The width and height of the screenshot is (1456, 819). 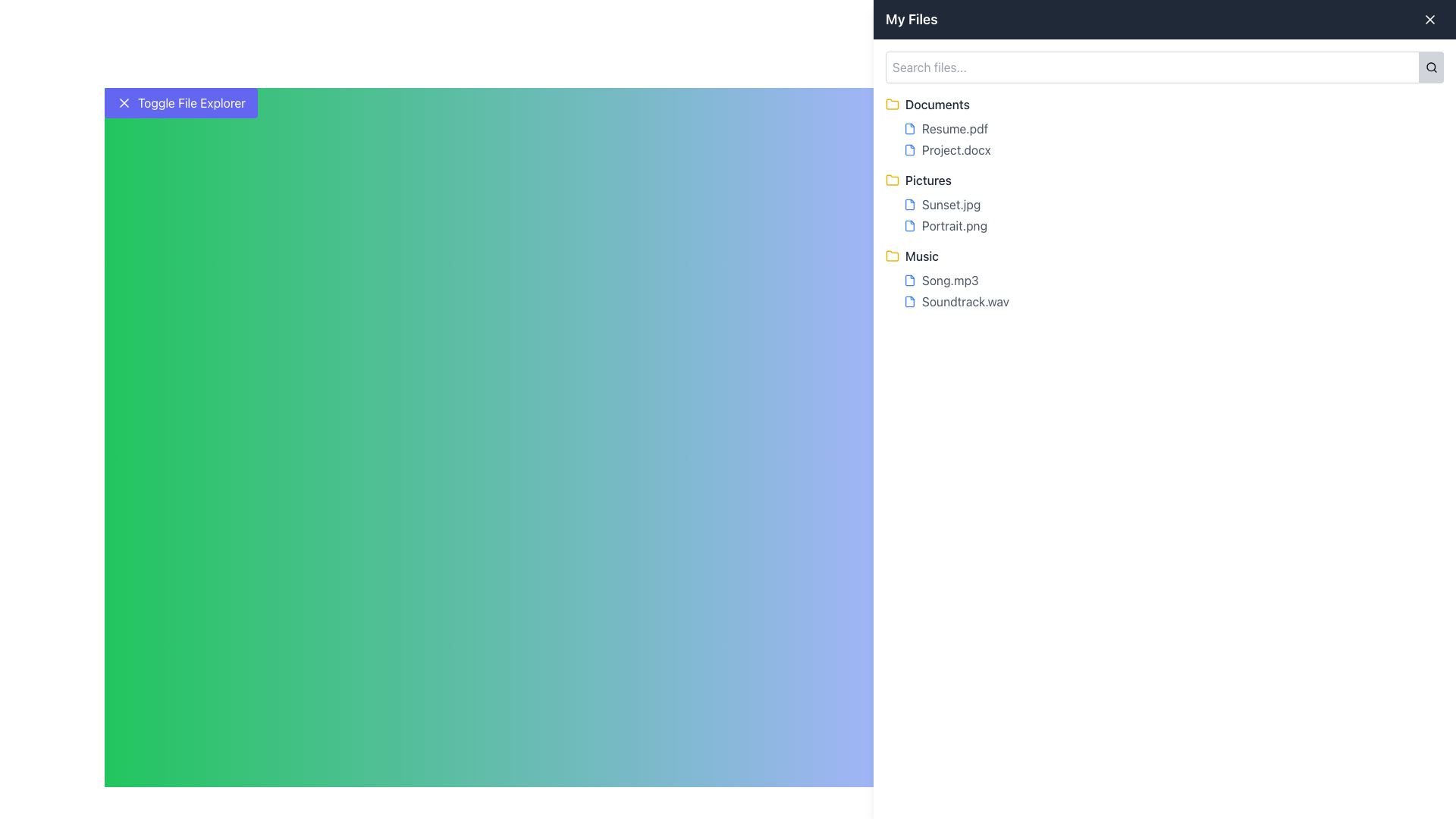 What do you see at coordinates (124, 102) in the screenshot?
I see `the close icon resembling a cross (X) shape located within the 'Toggle File Explorer' button` at bounding box center [124, 102].